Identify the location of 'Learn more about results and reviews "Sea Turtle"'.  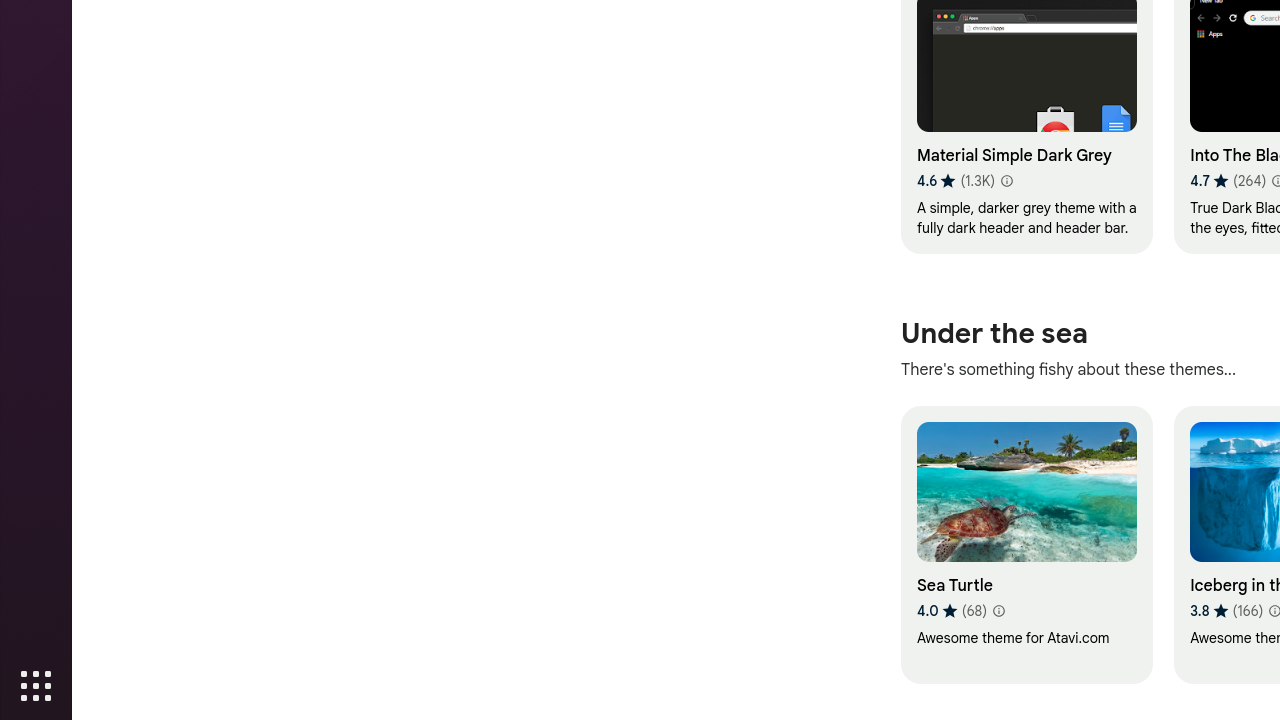
(998, 609).